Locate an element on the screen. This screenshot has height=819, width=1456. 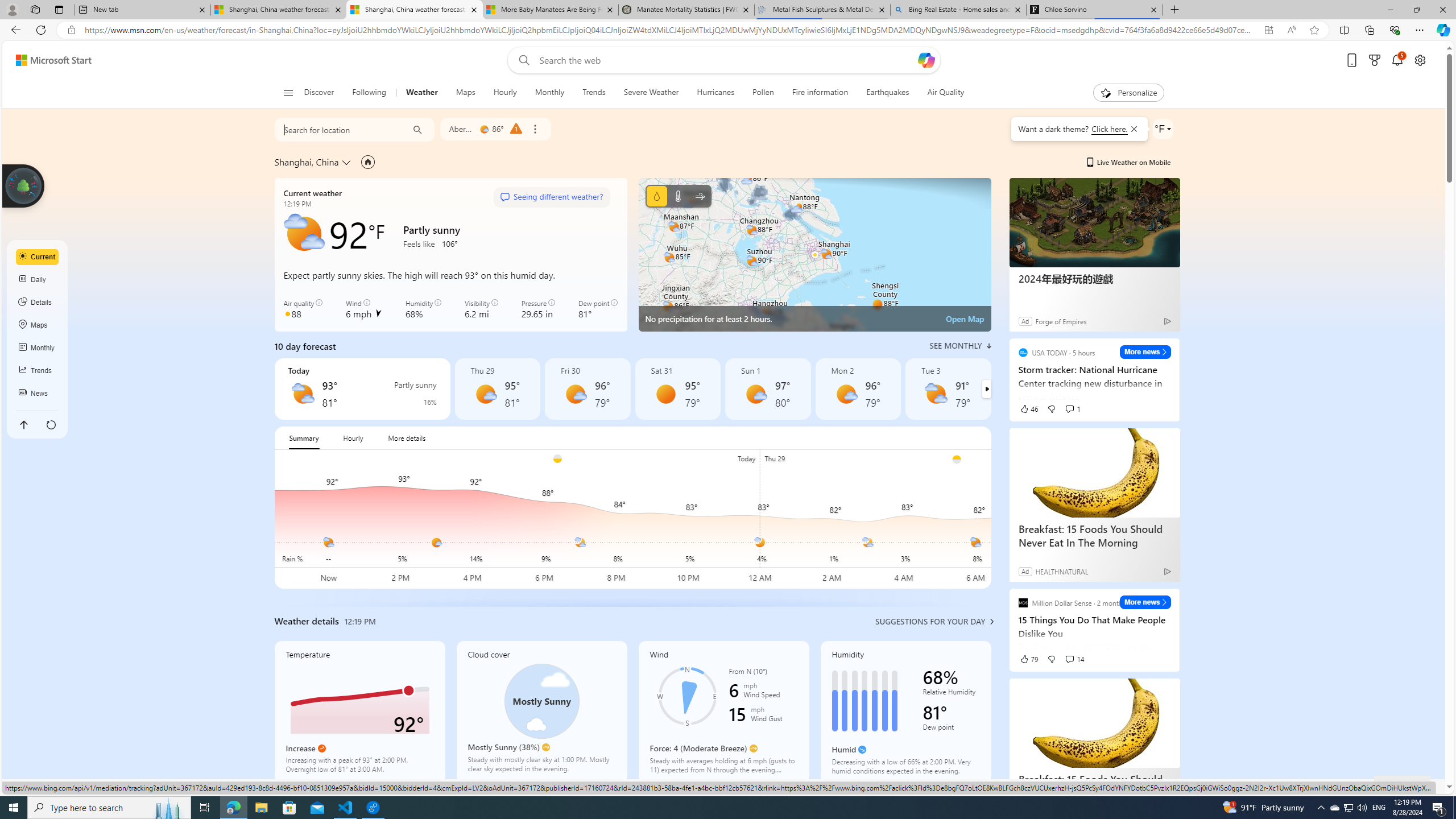
'Forge of Empires' is located at coordinates (1060, 320).